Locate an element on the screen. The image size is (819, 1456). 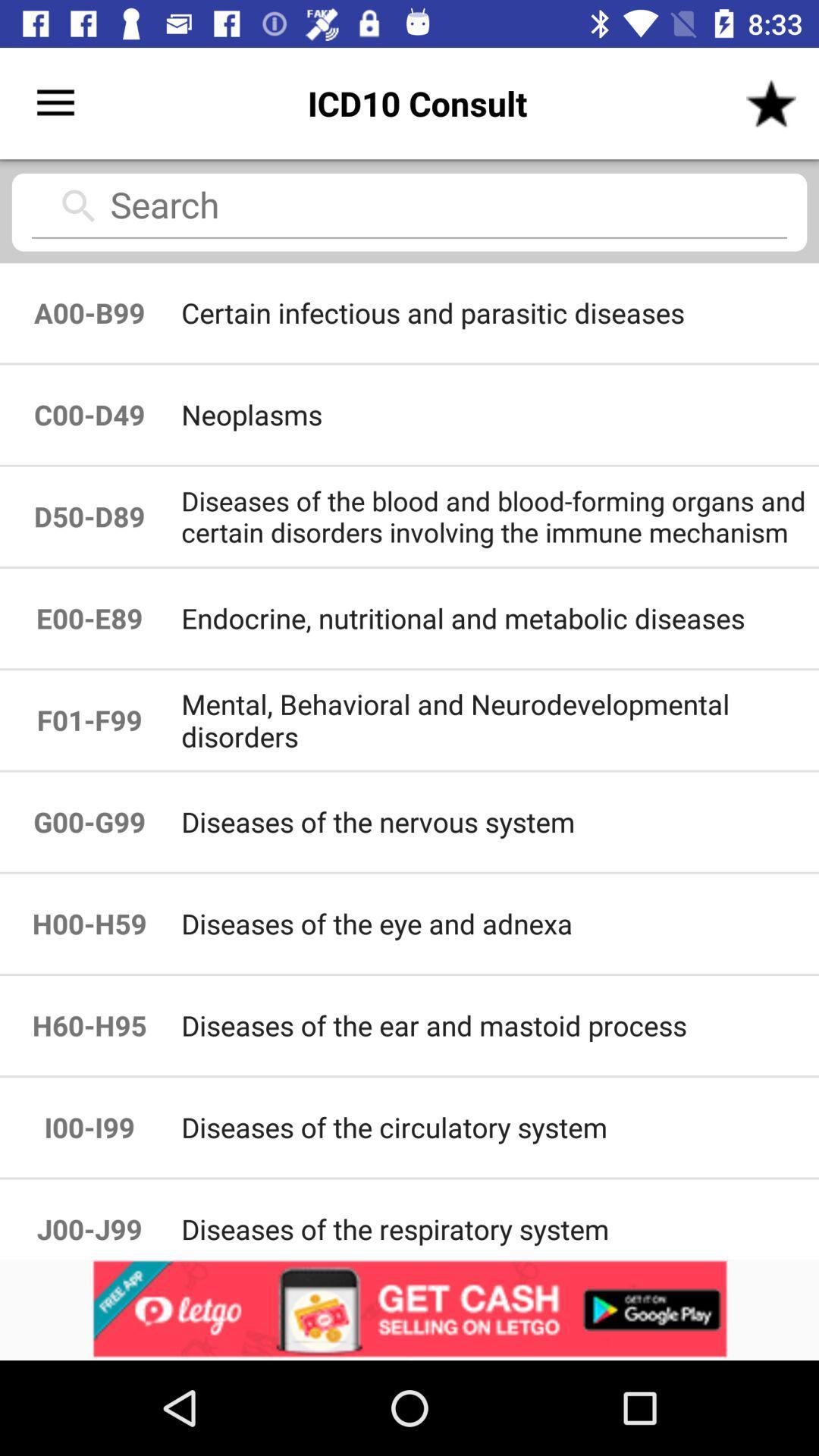
search icd10 codes is located at coordinates (409, 210).